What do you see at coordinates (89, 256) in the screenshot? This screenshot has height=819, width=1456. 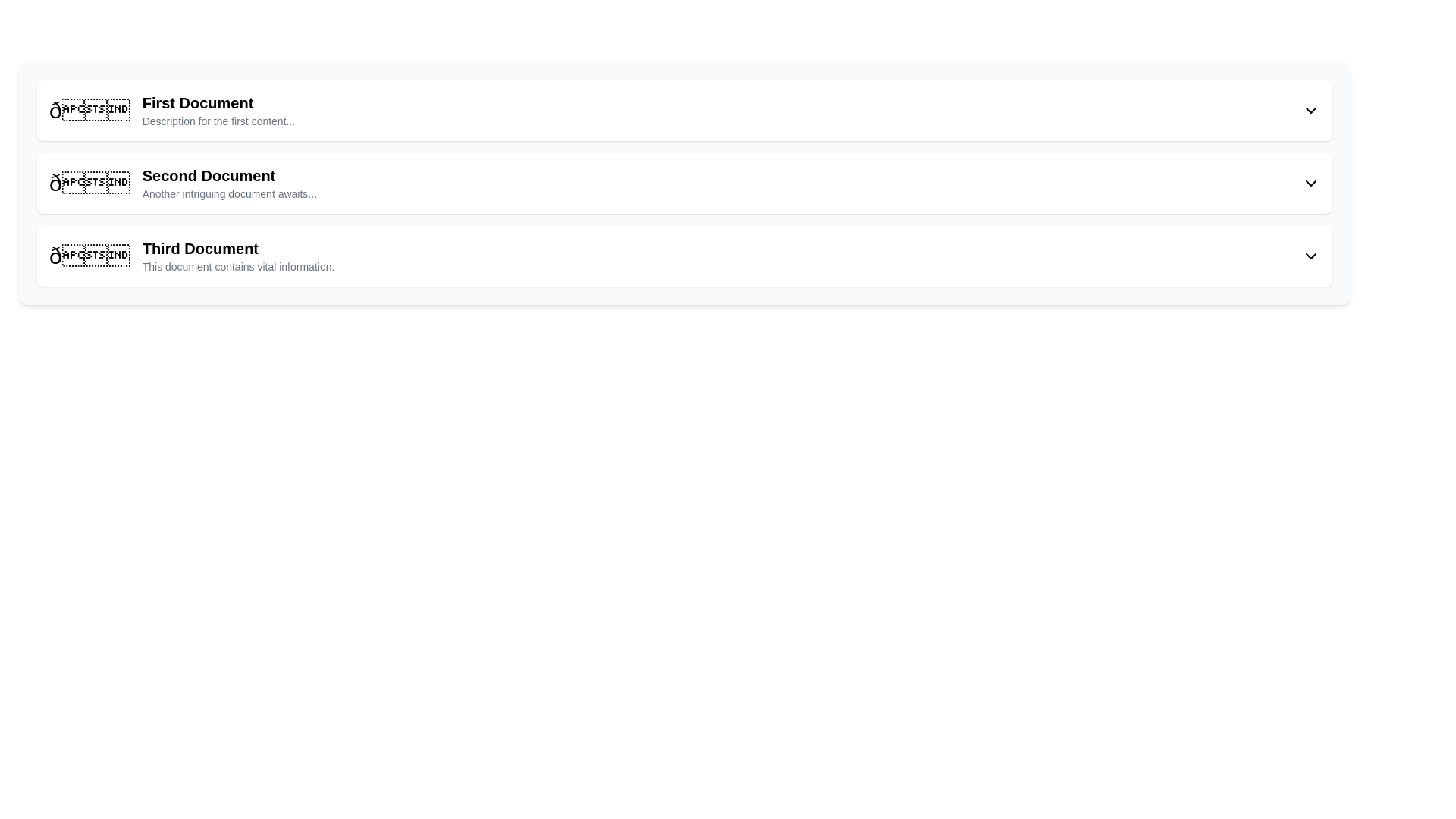 I see `the large text icon 'ð📄' with a three-dimensional design located at the leftmost side of the row labeled 'Third Document'` at bounding box center [89, 256].